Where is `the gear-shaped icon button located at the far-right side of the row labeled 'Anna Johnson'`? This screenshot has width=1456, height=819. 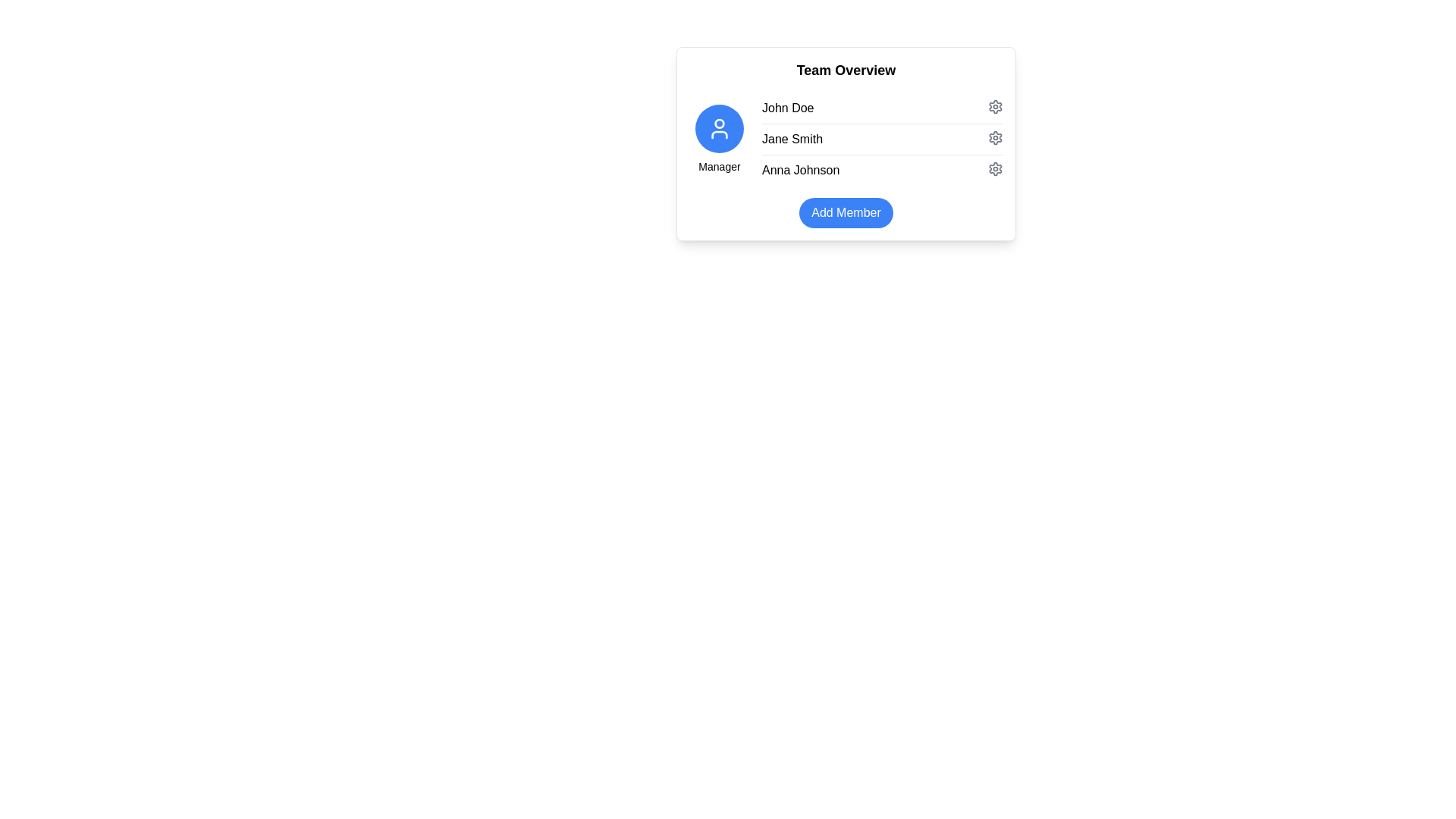 the gear-shaped icon button located at the far-right side of the row labeled 'Anna Johnson' is located at coordinates (996, 169).